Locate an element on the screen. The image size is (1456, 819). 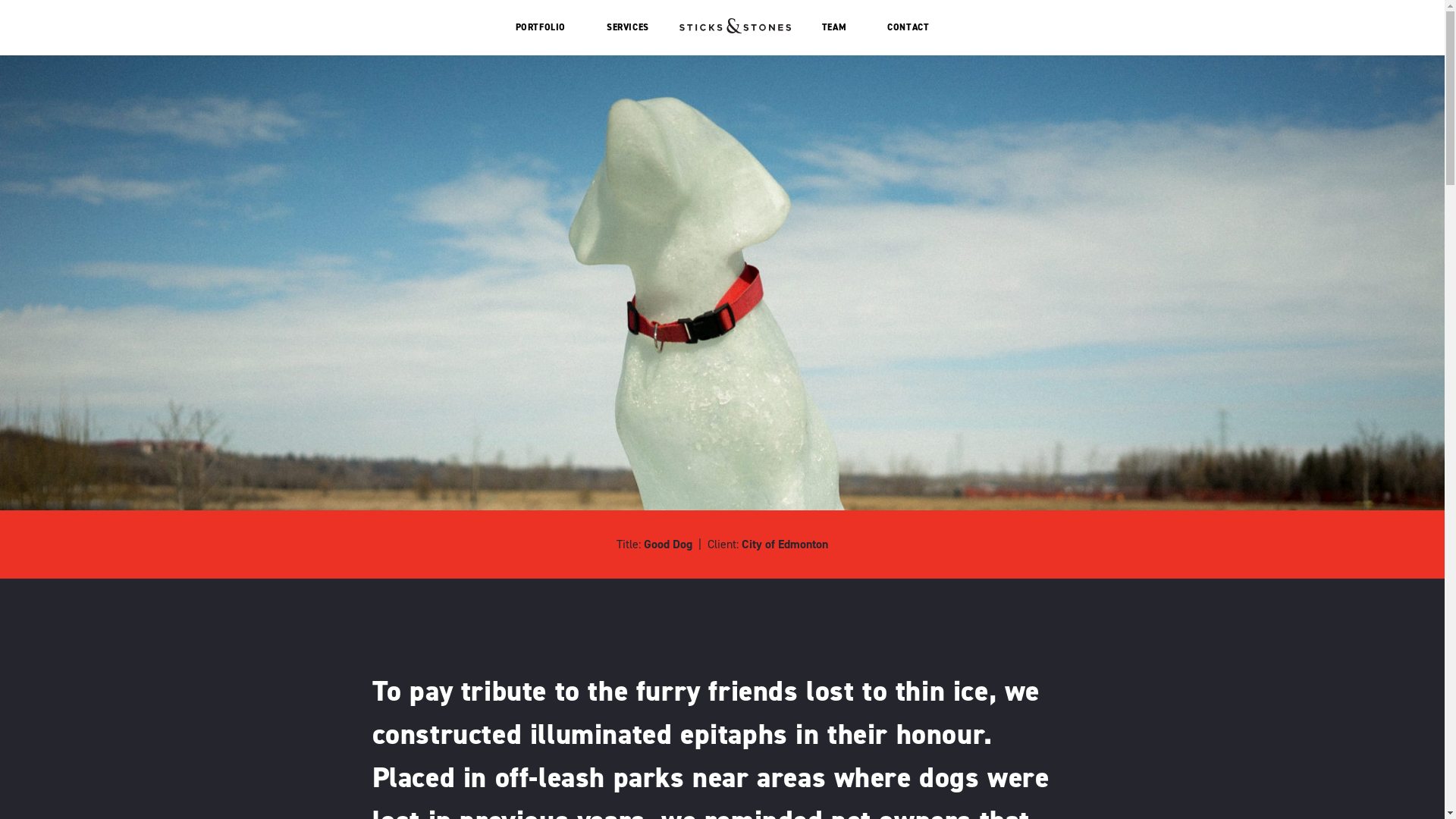
'PORTFOLIO' is located at coordinates (541, 27).